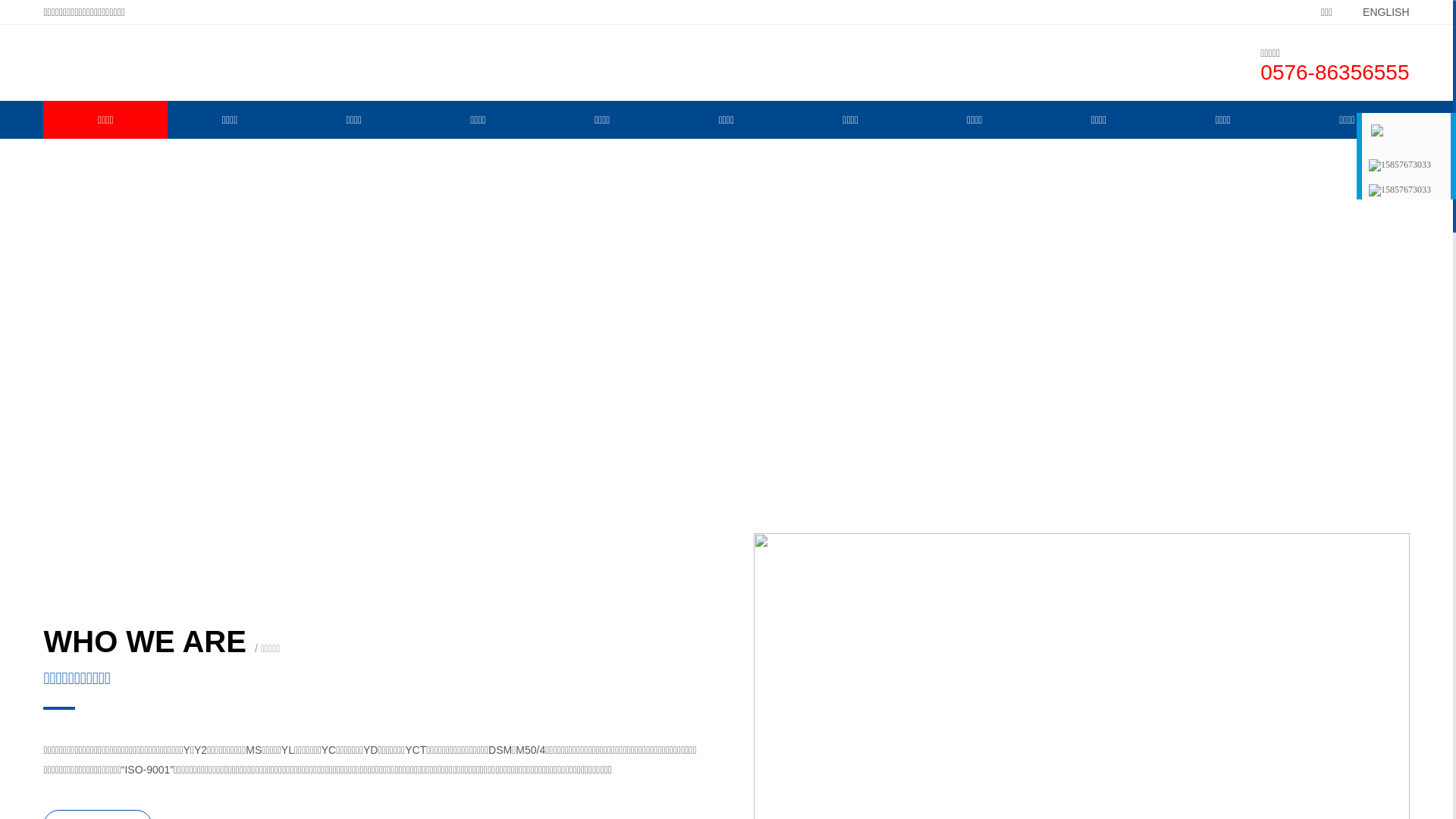 The height and width of the screenshot is (819, 1456). What do you see at coordinates (1339, 11) in the screenshot?
I see `'ENGLISH'` at bounding box center [1339, 11].